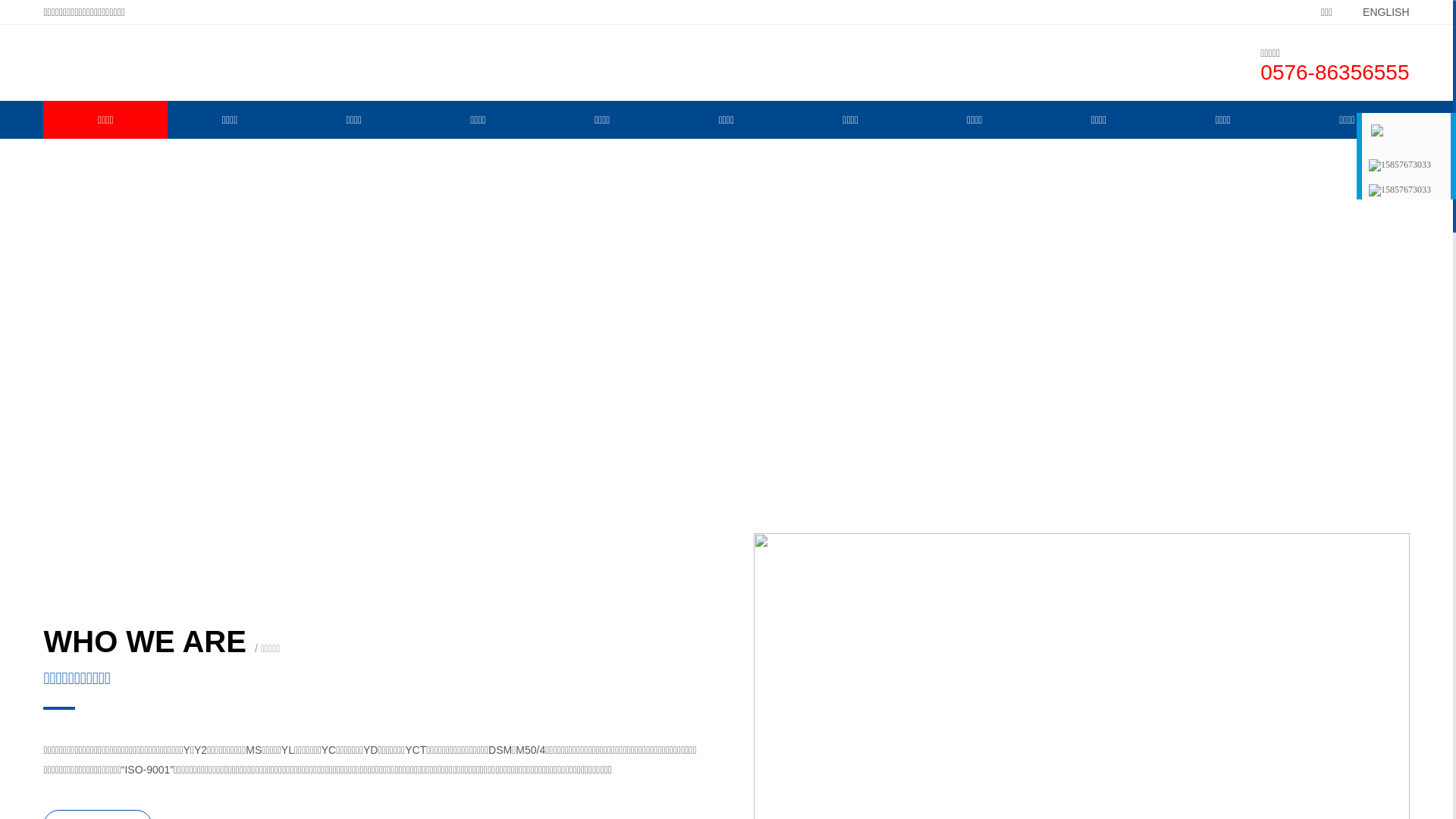 The height and width of the screenshot is (819, 1456). What do you see at coordinates (1339, 11) in the screenshot?
I see `'ENGLISH'` at bounding box center [1339, 11].